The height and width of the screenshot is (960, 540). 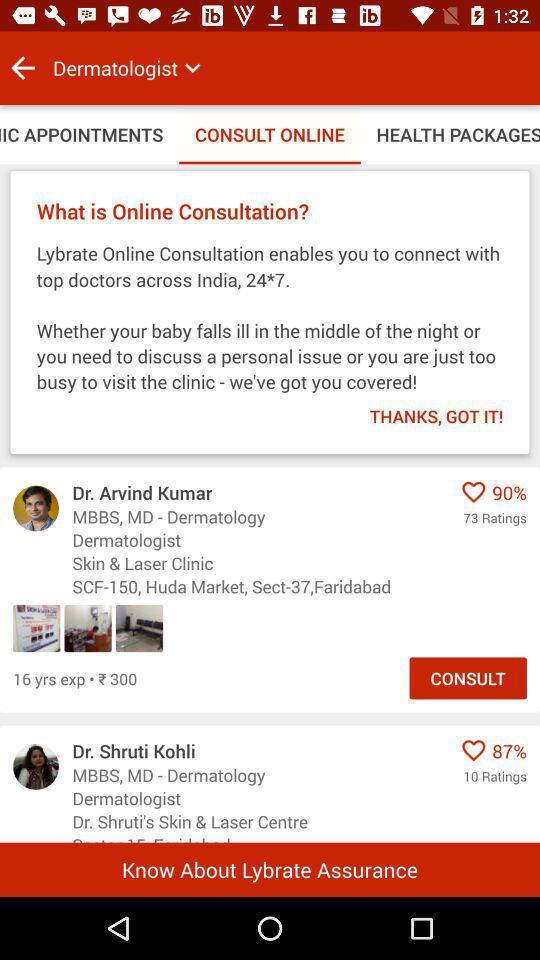 I want to click on the icon below the sector 15, faridabad icon, so click(x=270, y=868).